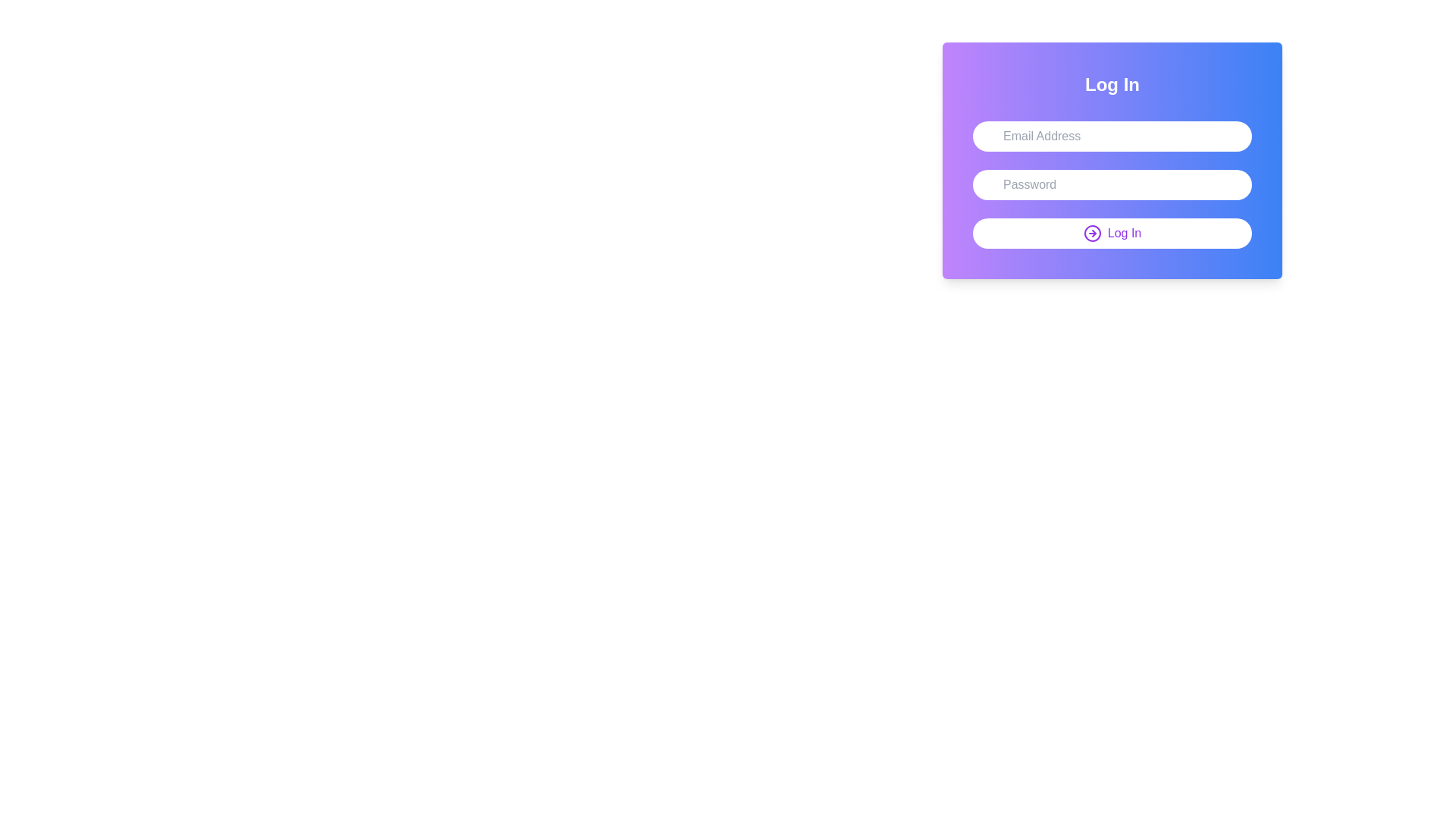  I want to click on the input fields of the user login interface, so click(1112, 184).